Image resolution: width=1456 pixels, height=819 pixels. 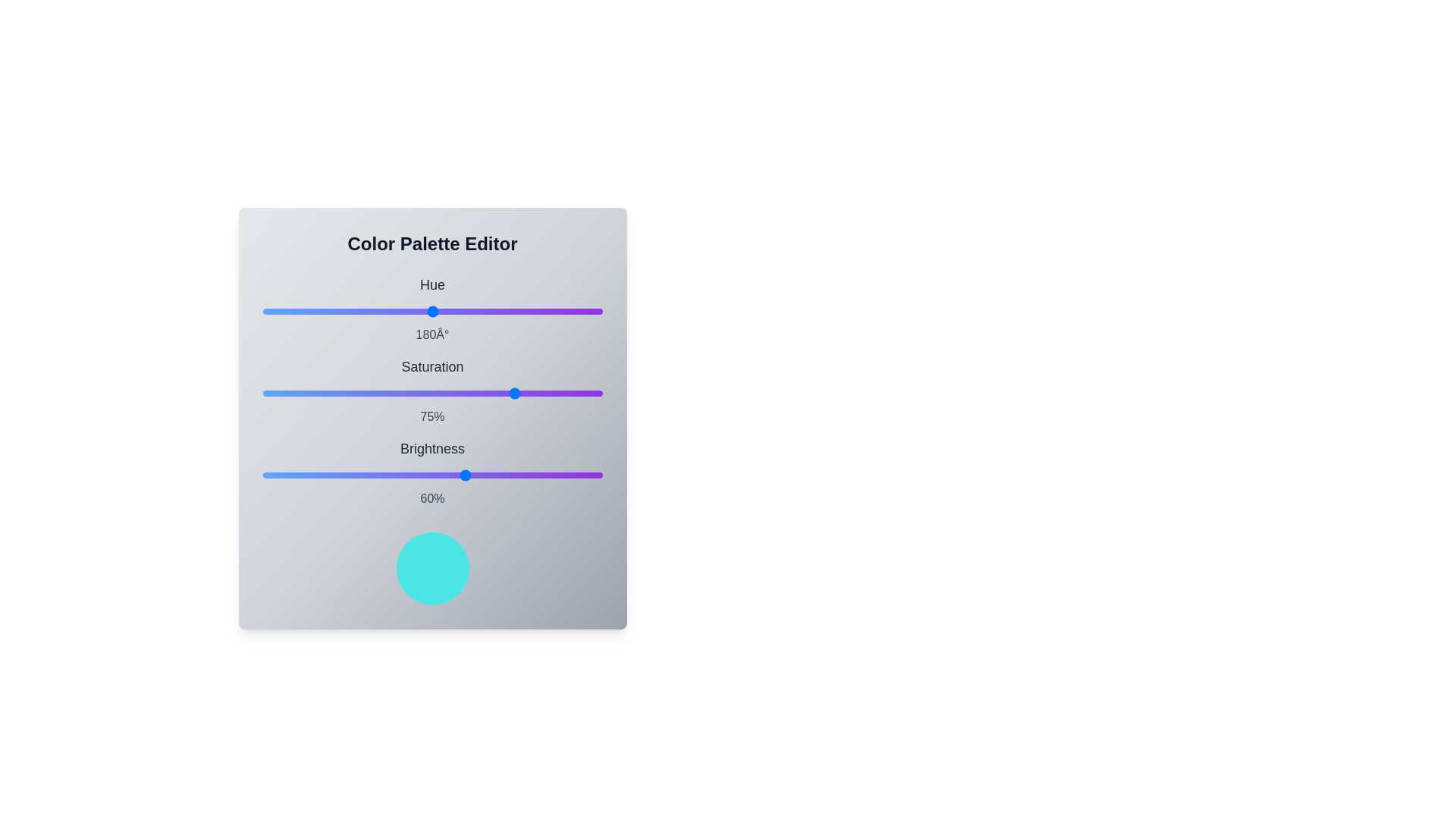 I want to click on the saturation slider to 75%, so click(x=517, y=393).